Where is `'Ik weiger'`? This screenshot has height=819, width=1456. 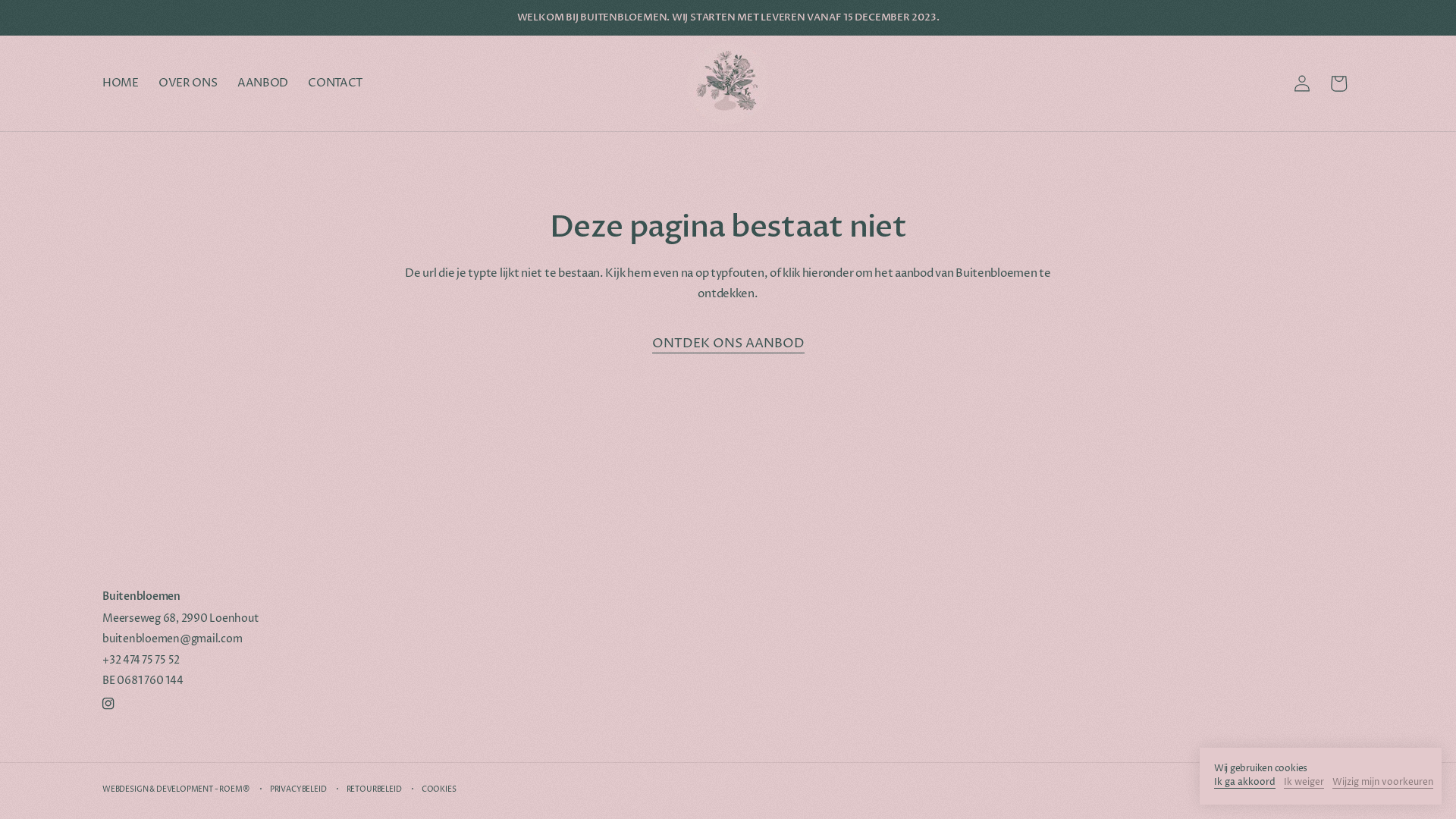 'Ik weiger' is located at coordinates (1303, 783).